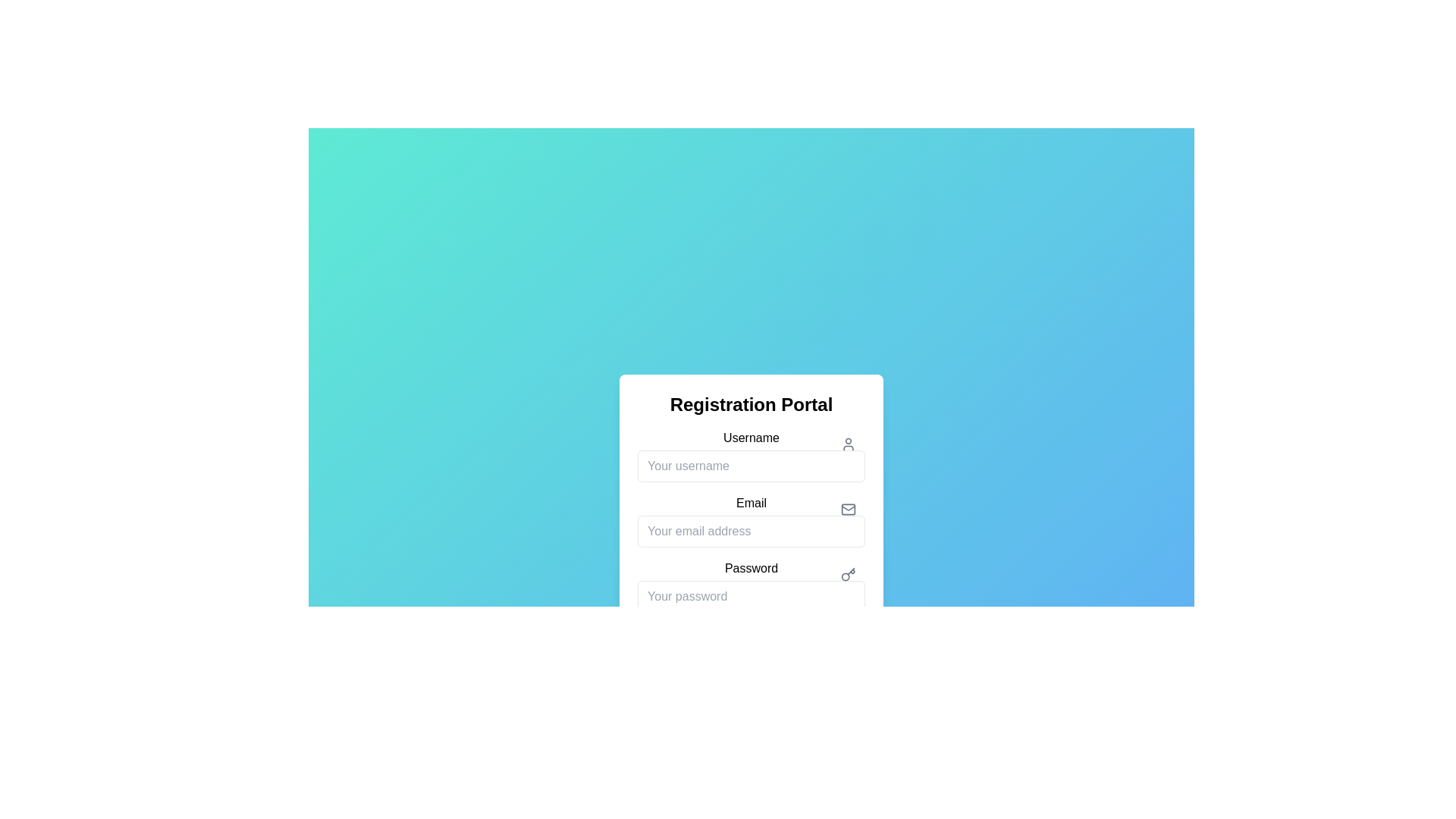  I want to click on the Password input field to focus on it, which is the third input field in the registration form after the Username and Email fields, so click(751, 585).